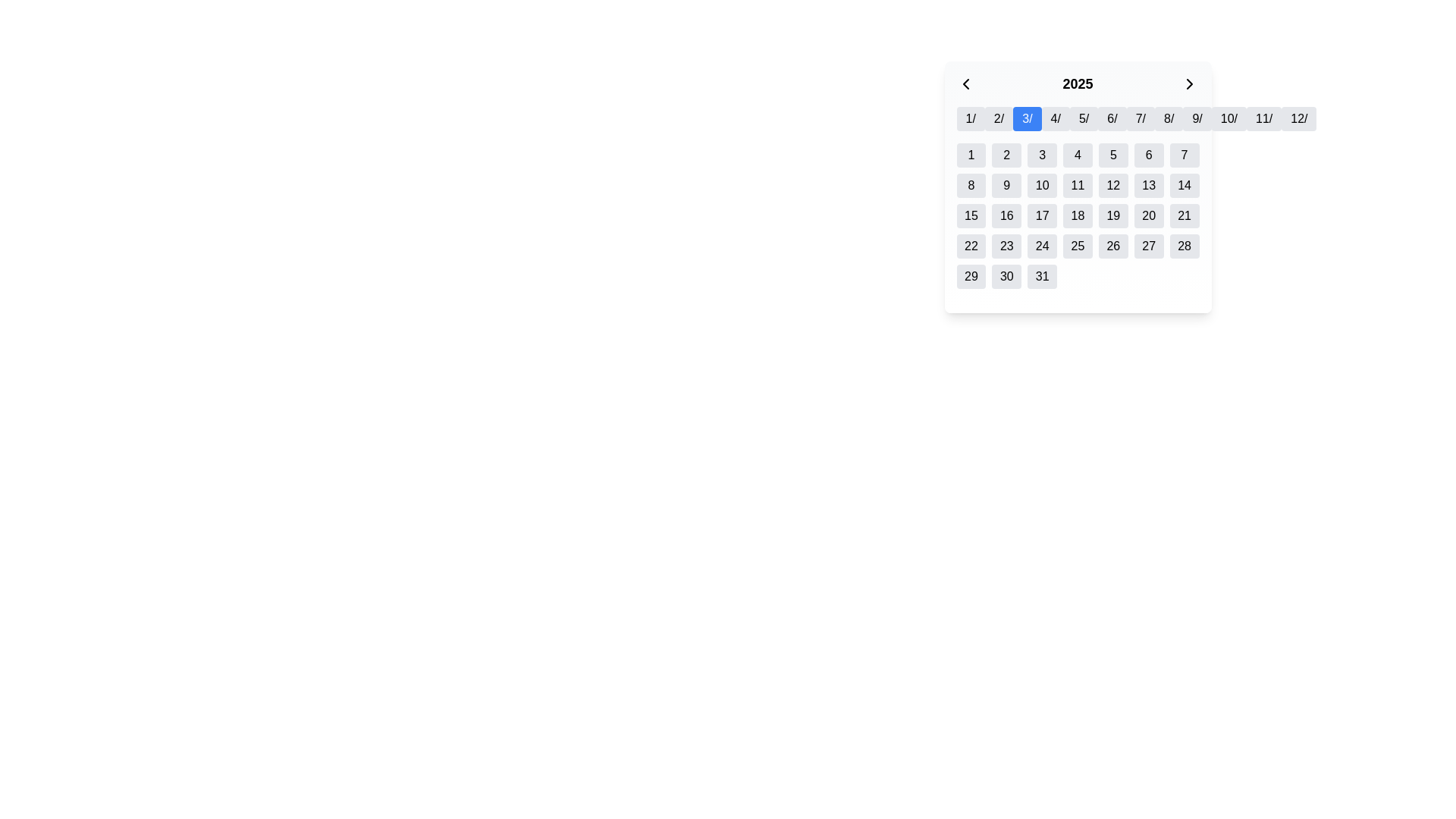 The image size is (1456, 819). I want to click on the October button in the month-selection row of the calendar, so click(1228, 118).